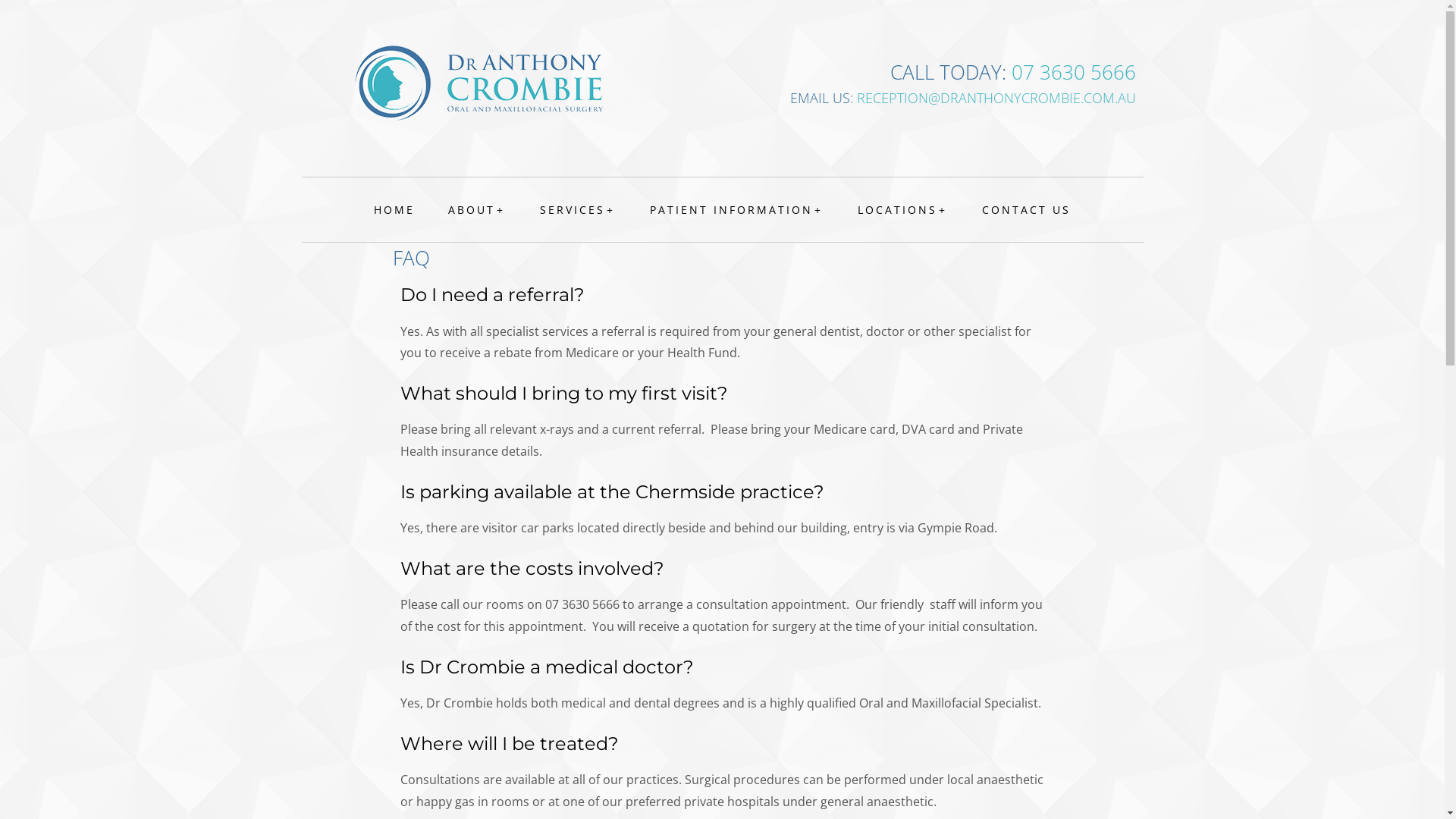  What do you see at coordinates (1026, 209) in the screenshot?
I see `'CONTACT US'` at bounding box center [1026, 209].